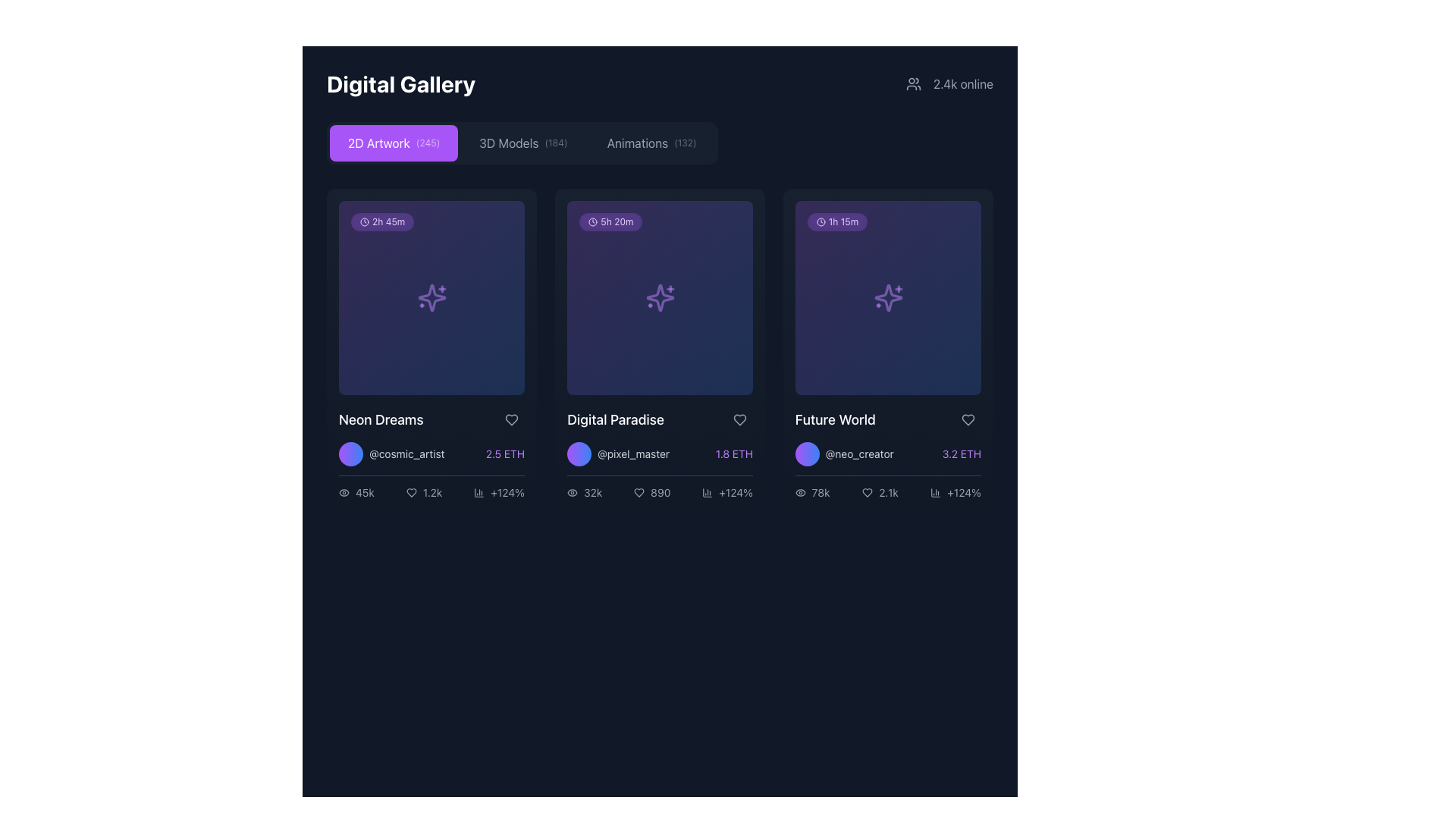 Image resolution: width=1456 pixels, height=819 pixels. I want to click on the decorative graphic card that displays the duration '1h 15m', which is centrally located within the third card of a horizontally aligned digital gallery, so click(888, 298).